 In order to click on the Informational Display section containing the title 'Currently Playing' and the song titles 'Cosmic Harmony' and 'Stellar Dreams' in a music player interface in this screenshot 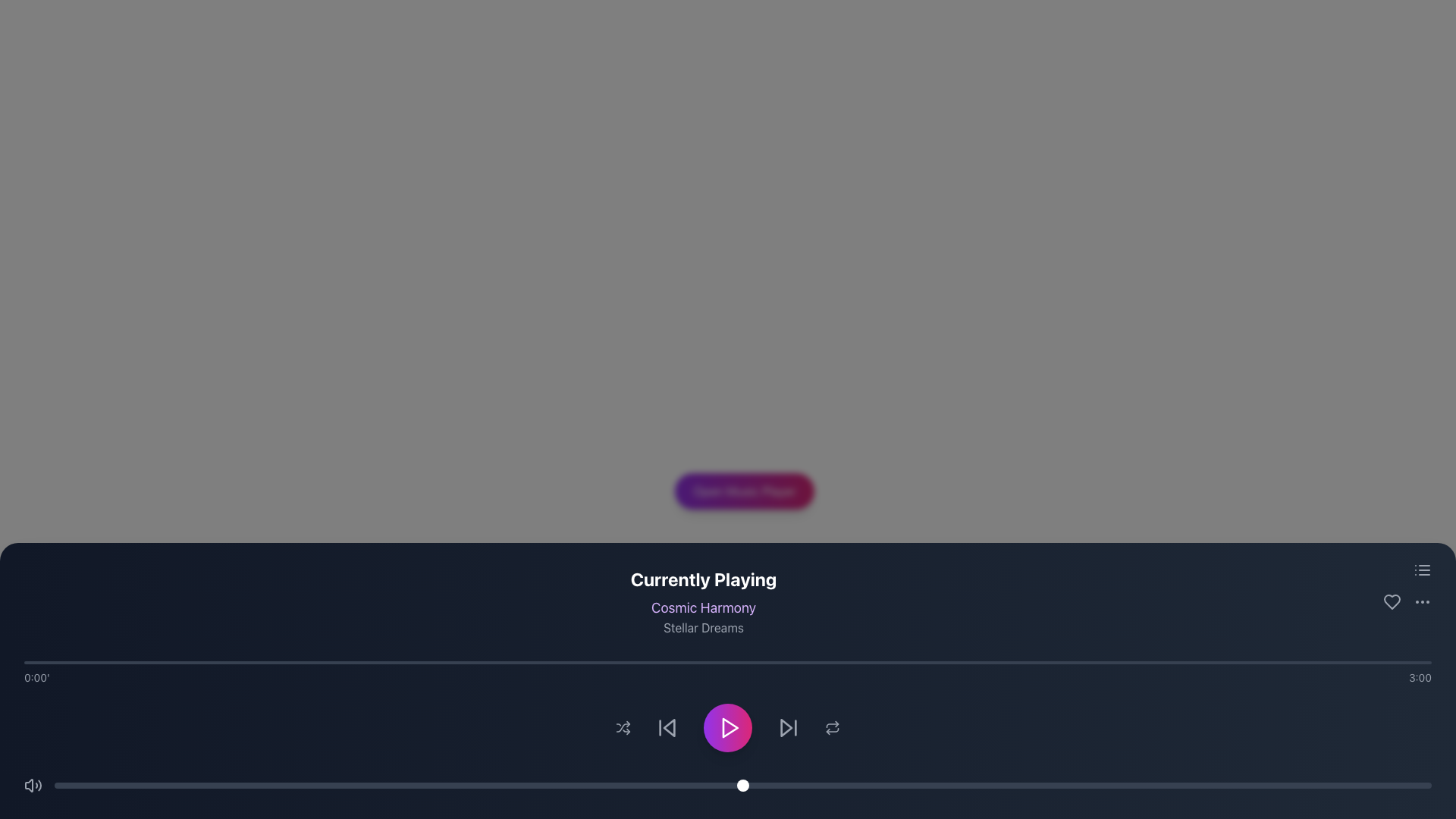, I will do `click(745, 587)`.